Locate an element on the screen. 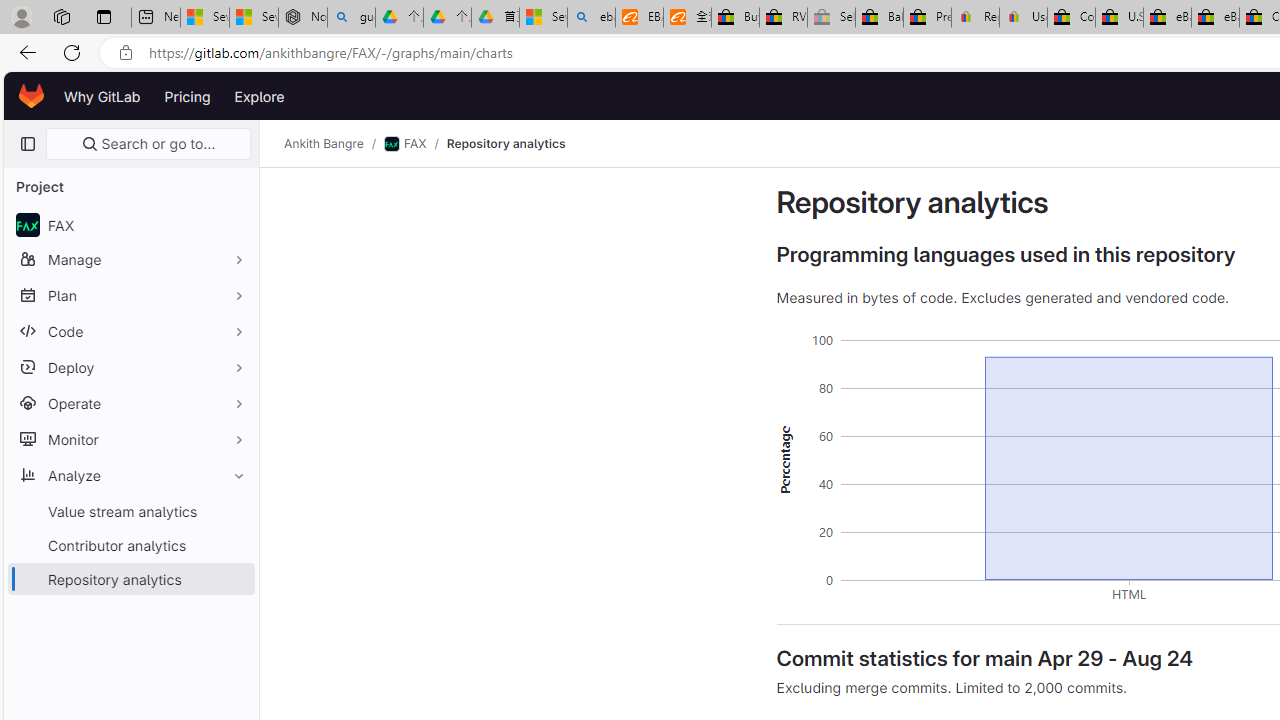  'U.S. State Privacy Disclosures - eBay Inc.' is located at coordinates (1118, 17).